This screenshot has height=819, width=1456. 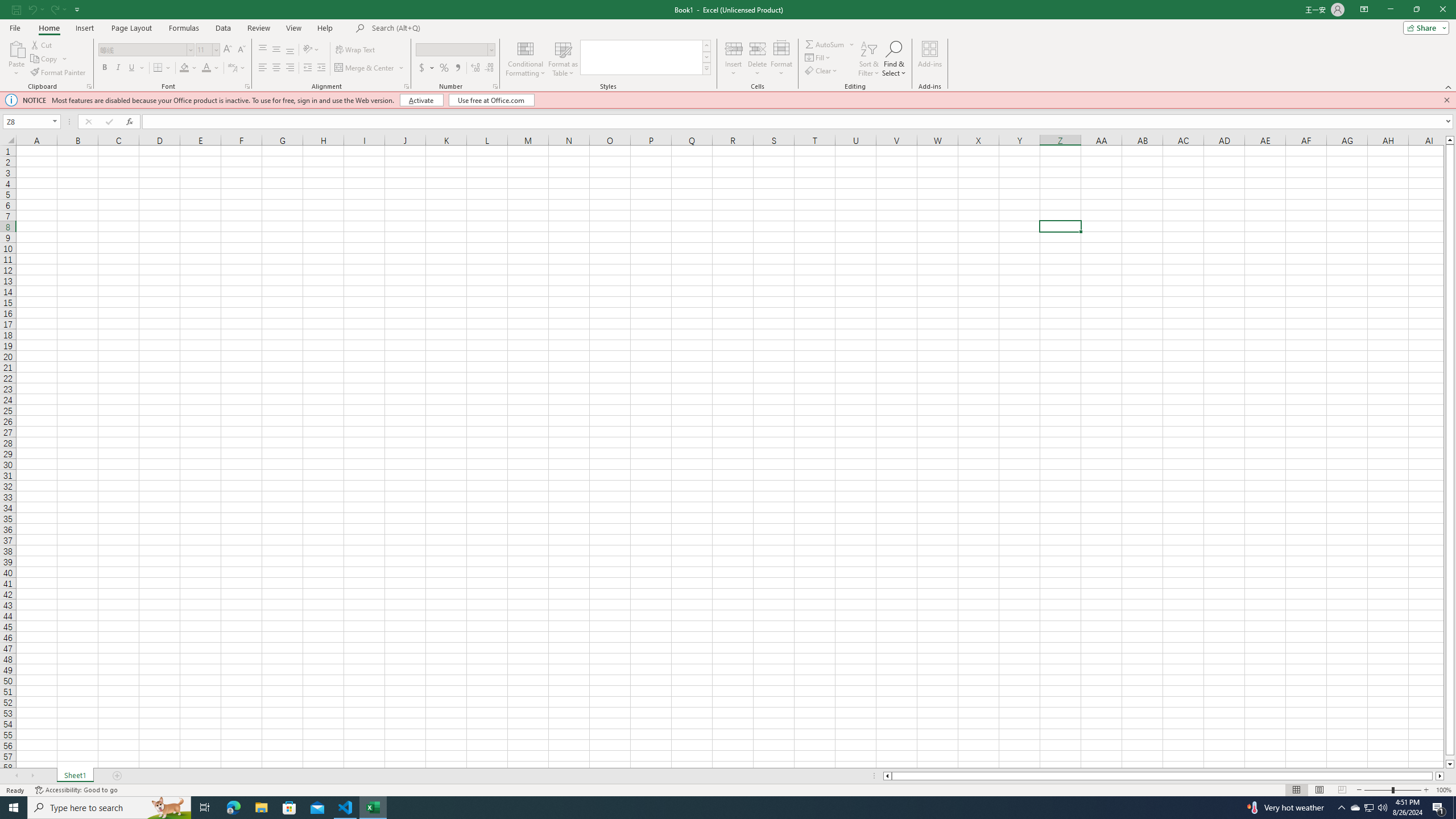 I want to click on 'Decrease Indent', so click(x=308, y=67).